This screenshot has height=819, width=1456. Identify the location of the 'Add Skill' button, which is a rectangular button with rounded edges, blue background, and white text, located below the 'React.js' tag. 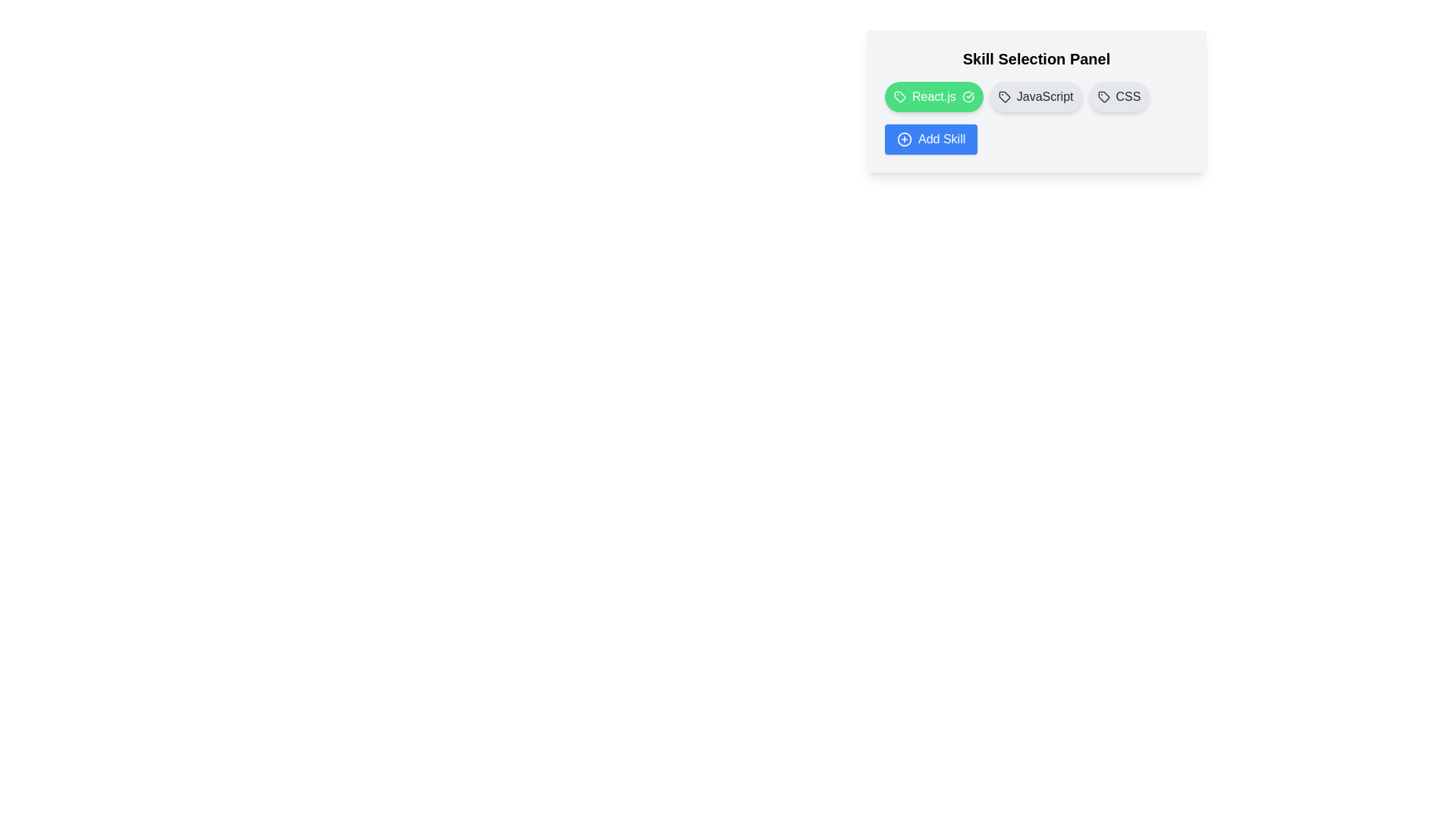
(930, 140).